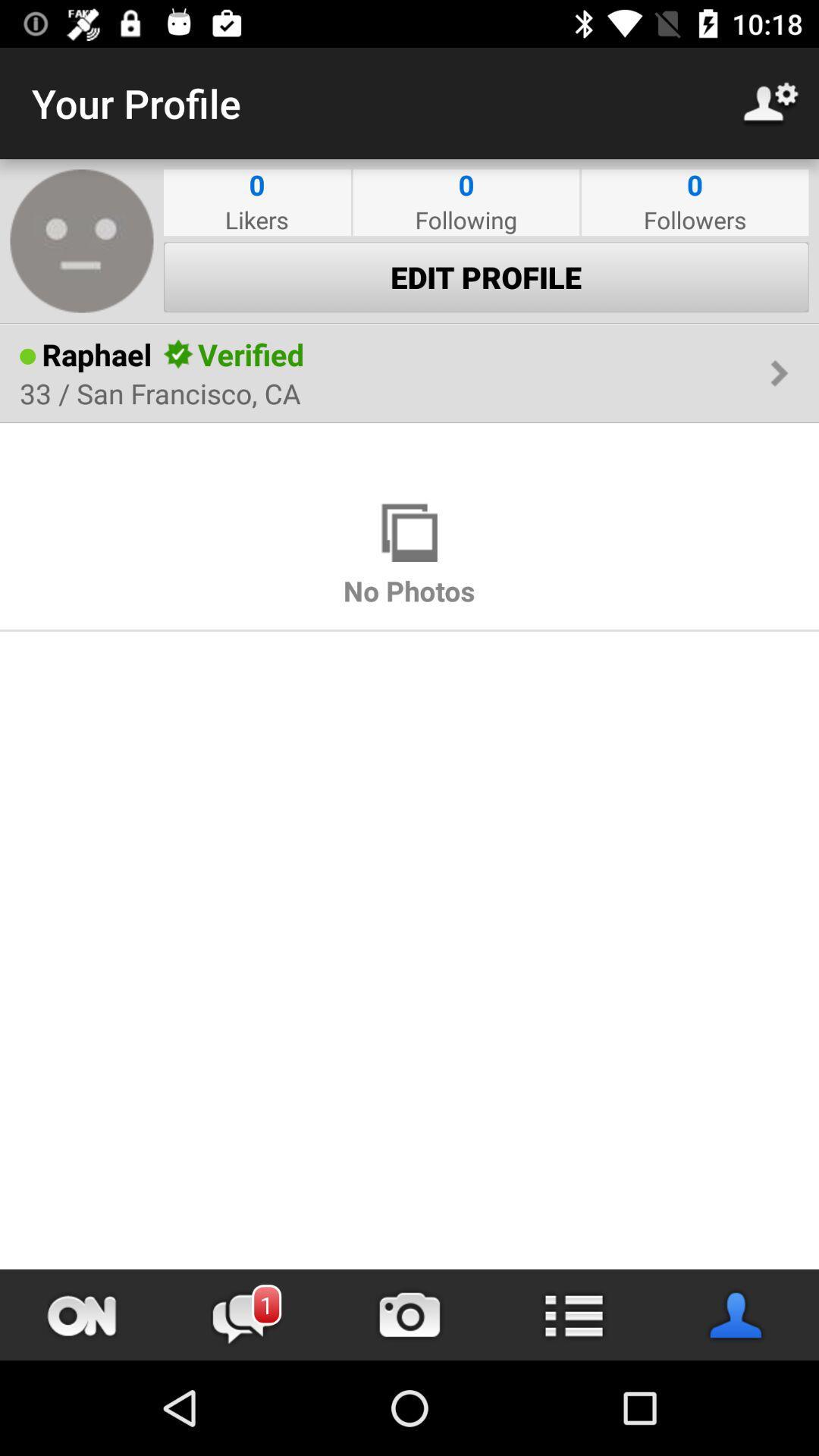 The image size is (819, 1456). What do you see at coordinates (771, 102) in the screenshot?
I see `item to the right of the your profile` at bounding box center [771, 102].